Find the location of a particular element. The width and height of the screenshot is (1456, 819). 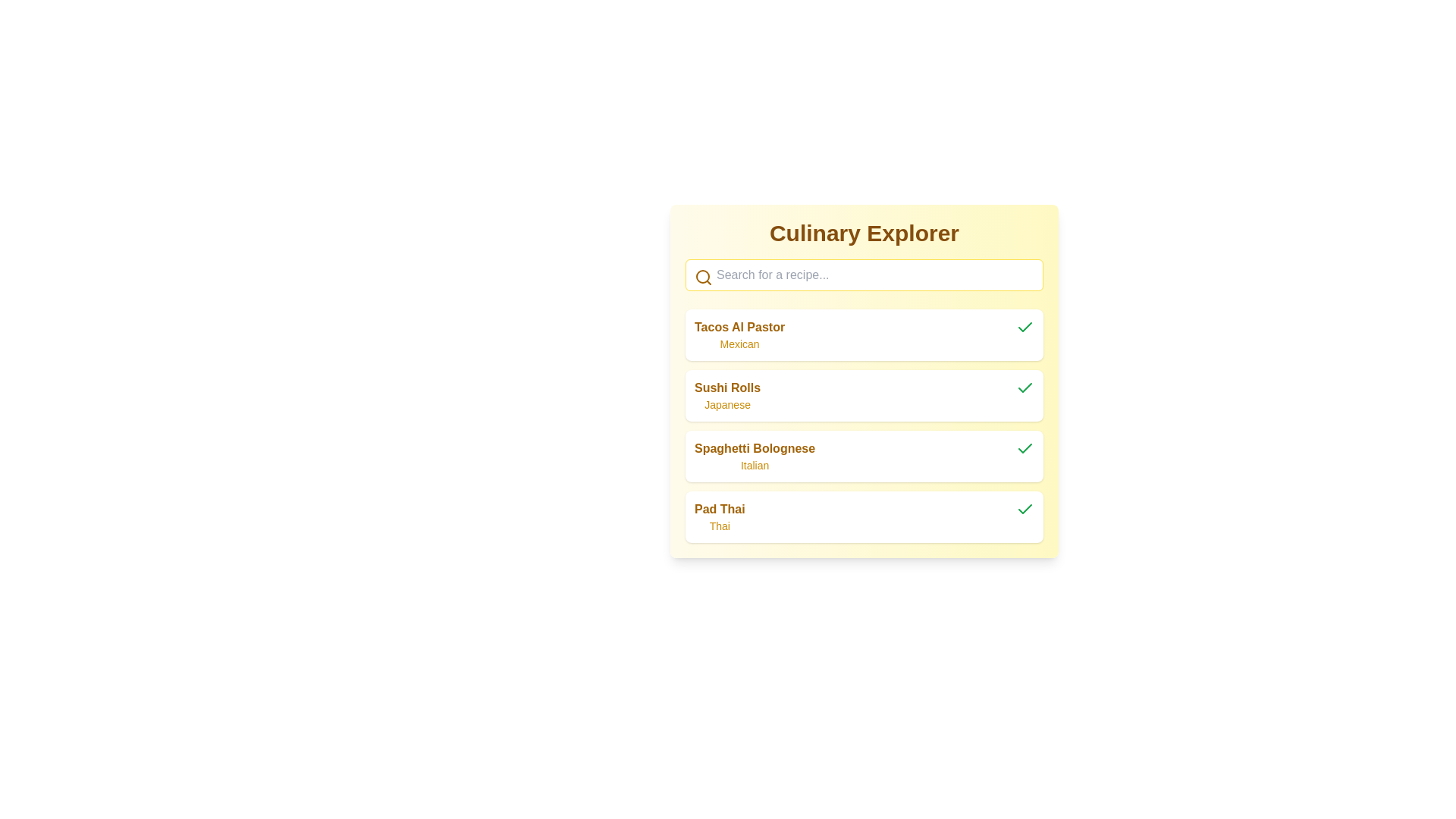

static label text for the fourth recipe item in the list located in the 'Culinary Explorer' interface, positioned above the smaller text 'Thai' is located at coordinates (719, 509).